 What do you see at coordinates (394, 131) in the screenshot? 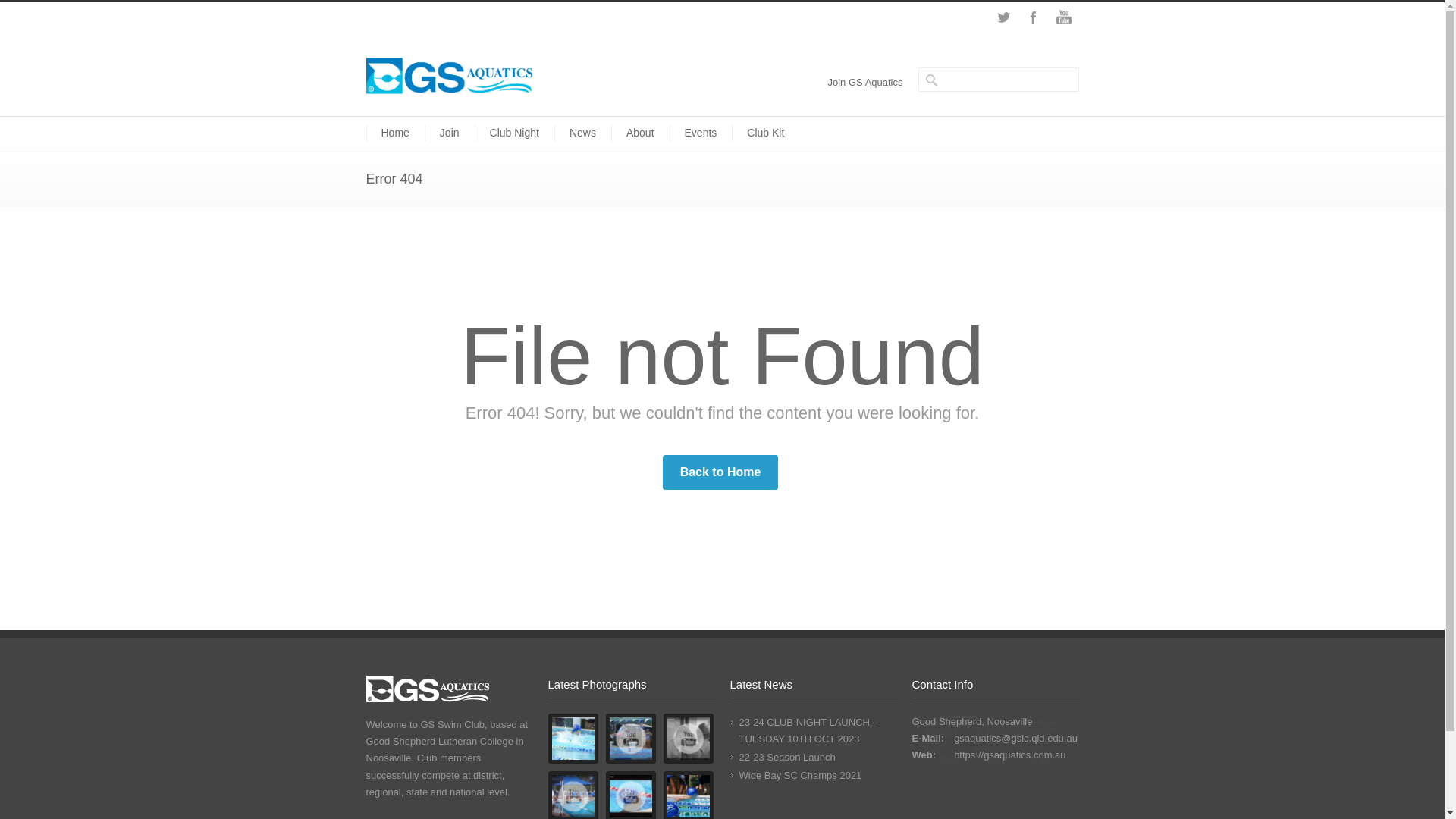
I see `'Home'` at bounding box center [394, 131].